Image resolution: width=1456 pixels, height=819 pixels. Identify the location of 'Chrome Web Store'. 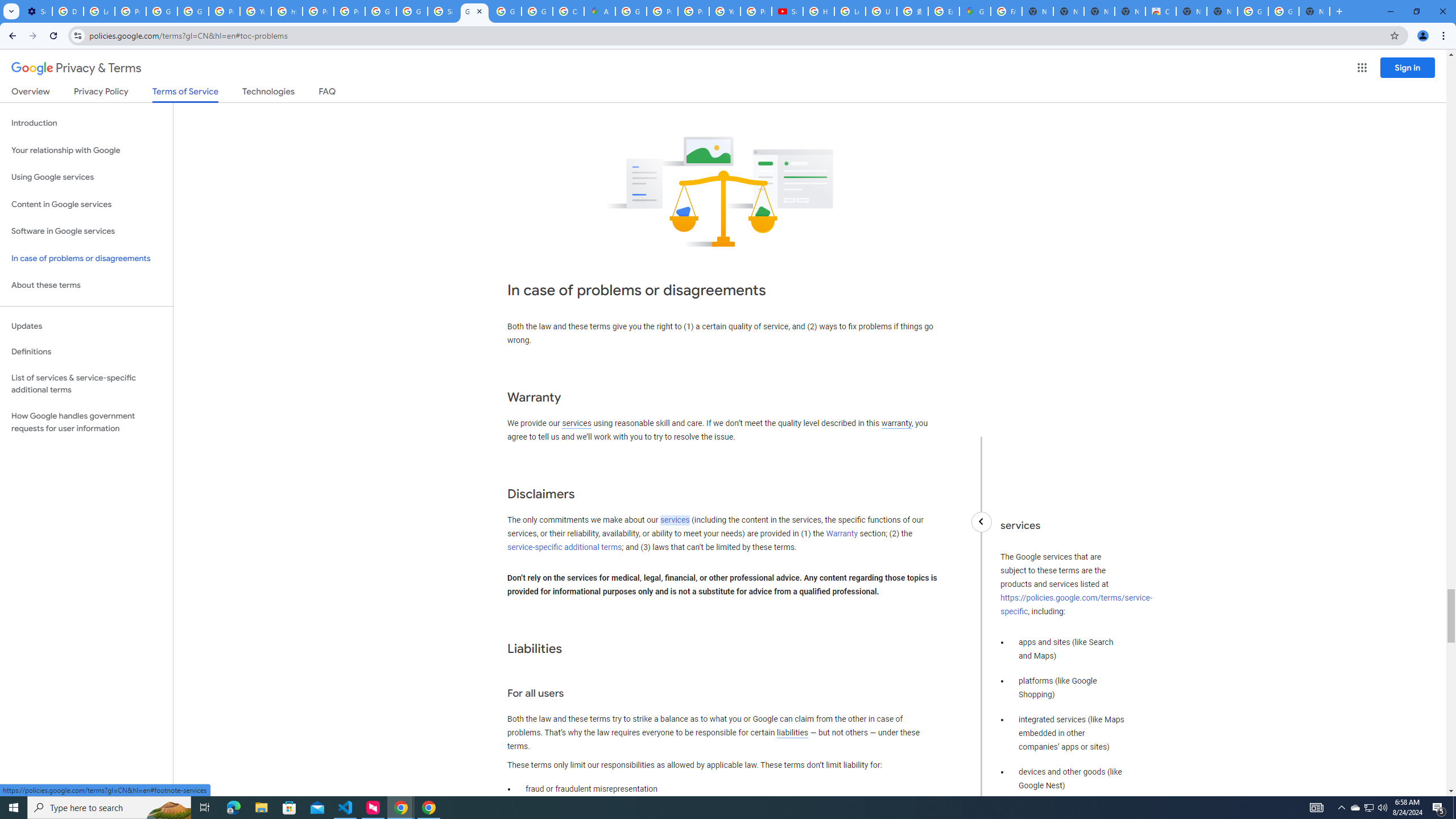
(1160, 11).